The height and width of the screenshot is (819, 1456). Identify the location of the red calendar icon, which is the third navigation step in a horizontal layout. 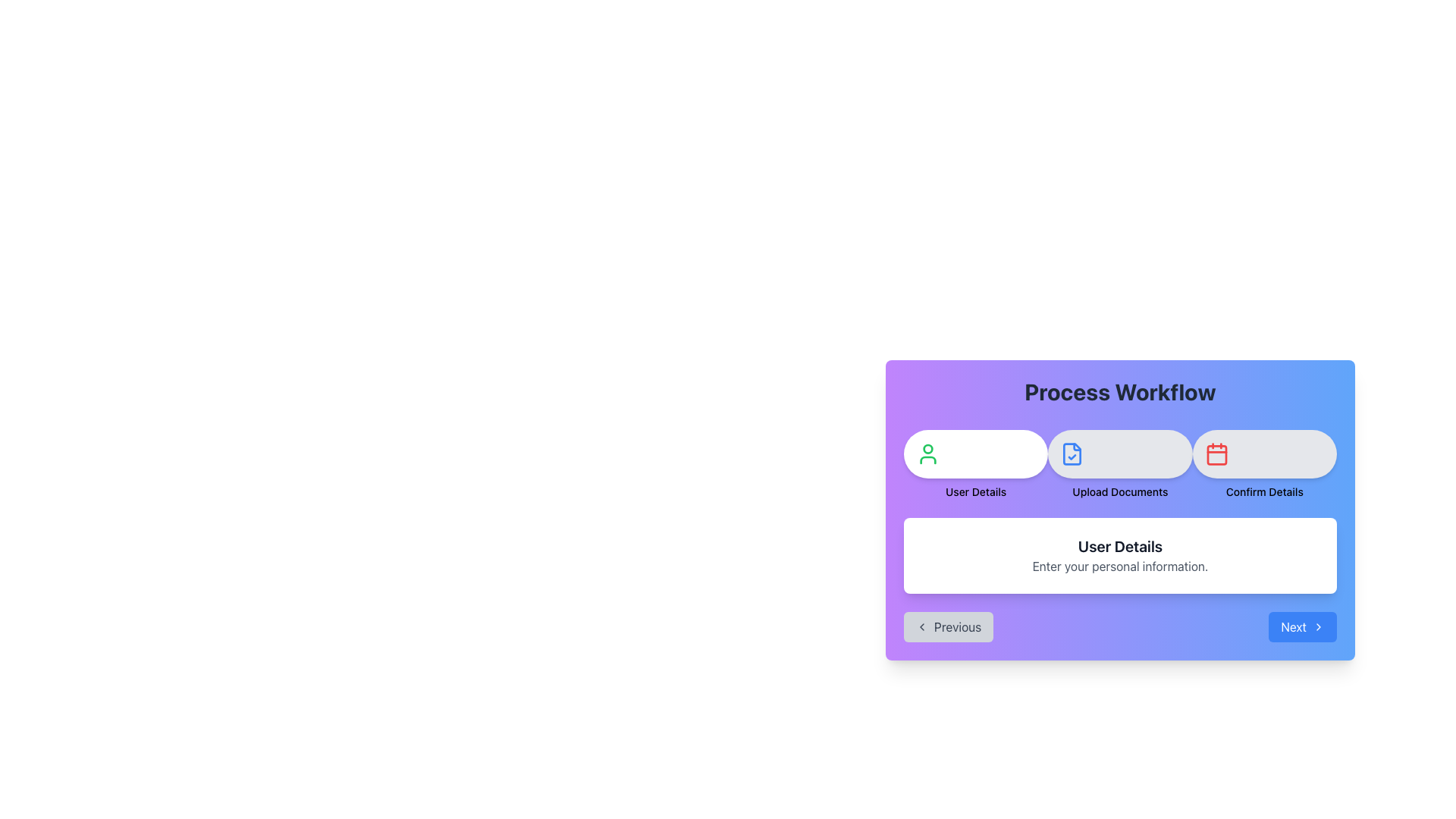
(1216, 453).